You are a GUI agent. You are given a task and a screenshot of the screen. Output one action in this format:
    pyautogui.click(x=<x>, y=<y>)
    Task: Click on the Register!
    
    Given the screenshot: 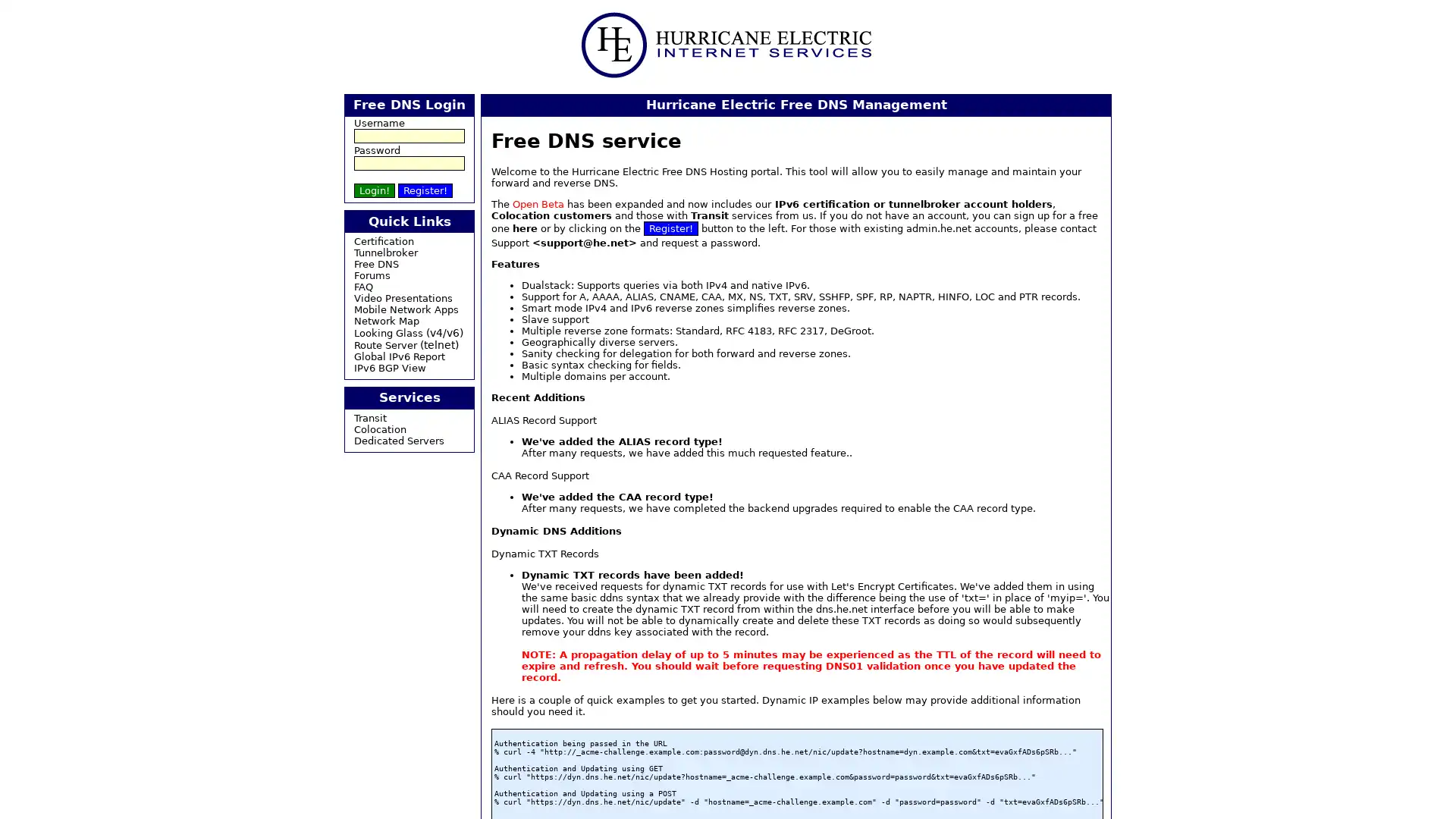 What is the action you would take?
    pyautogui.click(x=670, y=227)
    